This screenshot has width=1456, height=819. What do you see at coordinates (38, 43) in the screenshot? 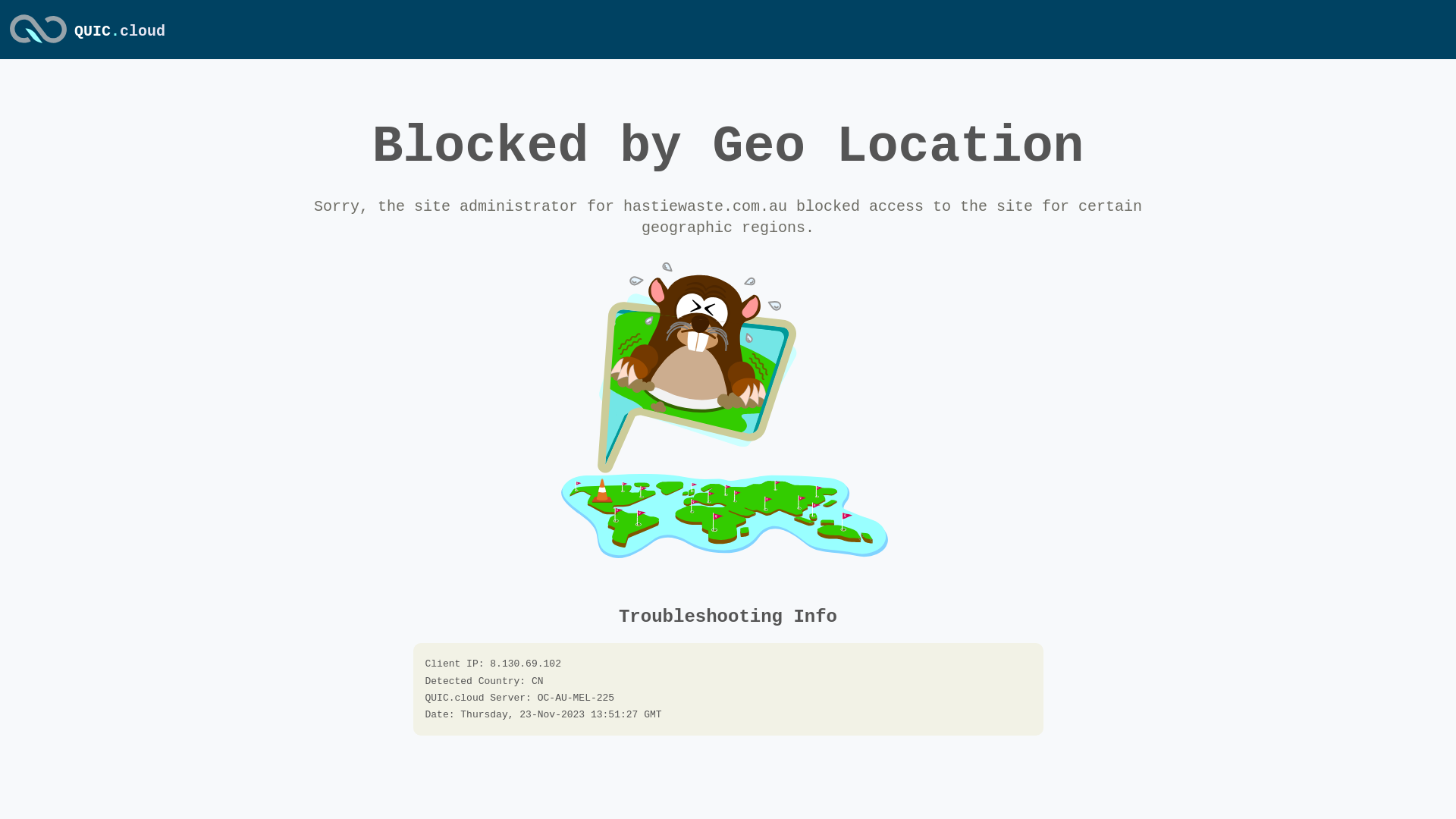
I see `'QUIC.cloud'` at bounding box center [38, 43].